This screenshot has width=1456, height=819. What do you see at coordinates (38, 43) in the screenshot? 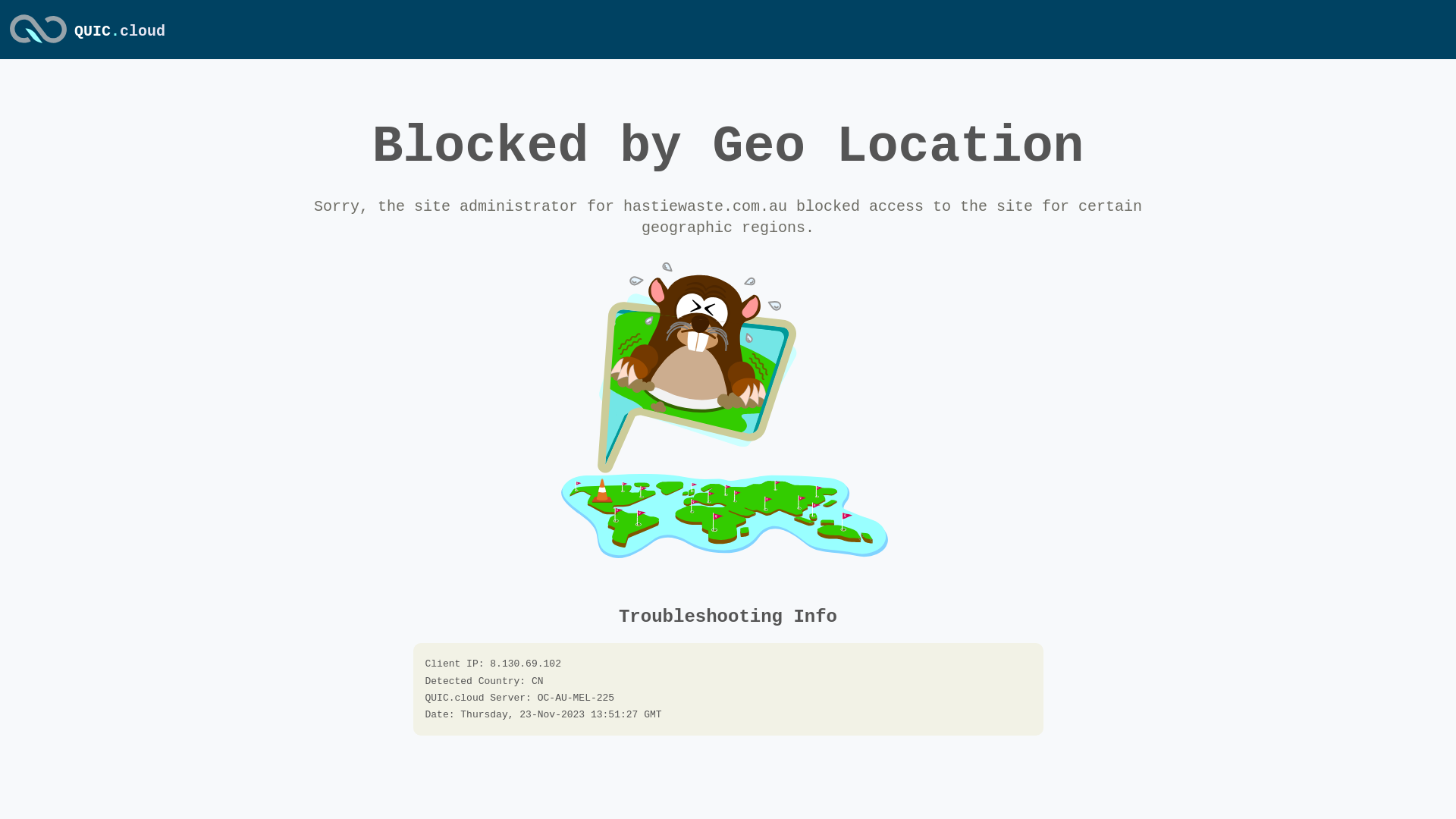
I see `'QUIC.cloud'` at bounding box center [38, 43].